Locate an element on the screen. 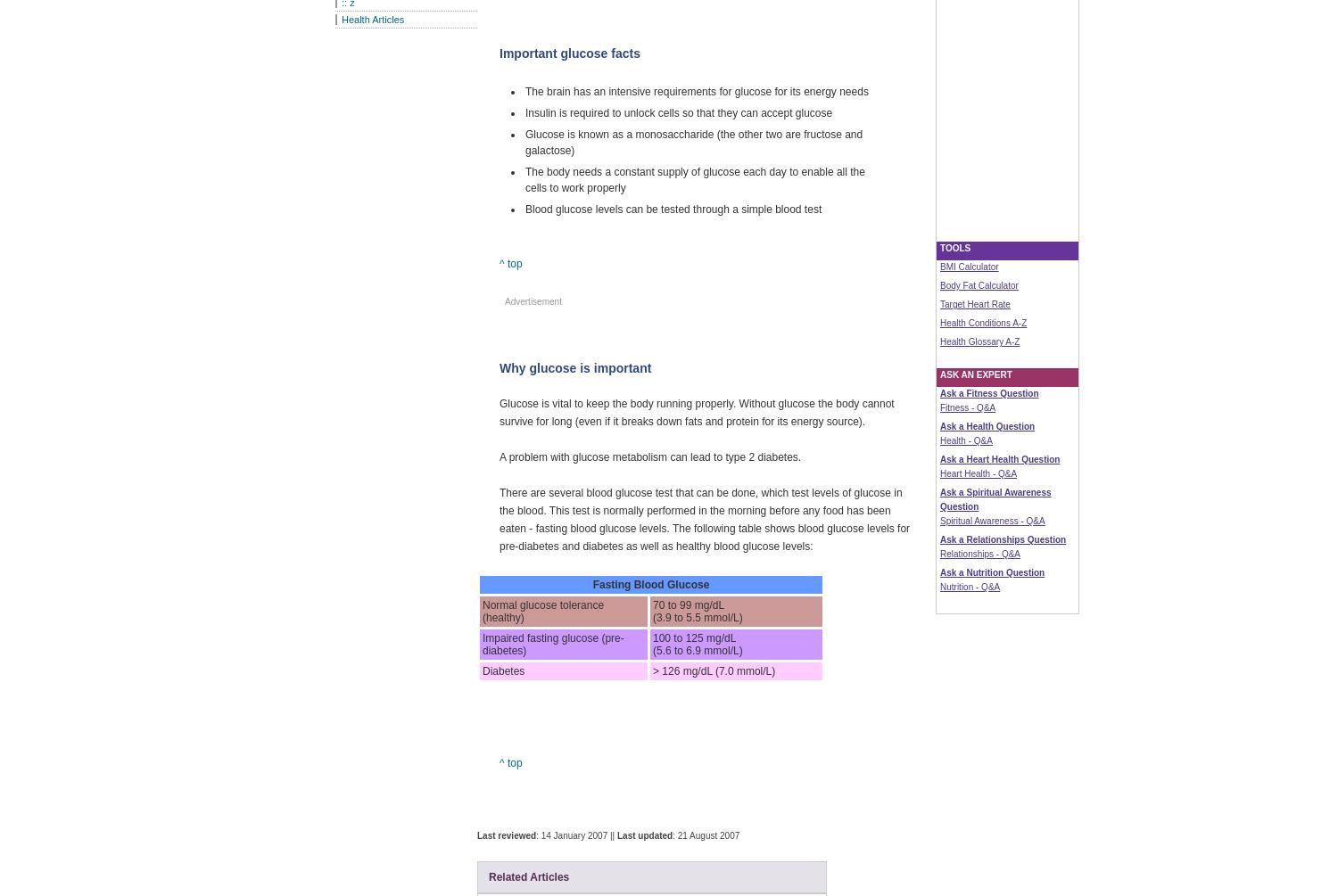 The image size is (1338, 896). 'Ask a Nutrition Question' is located at coordinates (991, 571).